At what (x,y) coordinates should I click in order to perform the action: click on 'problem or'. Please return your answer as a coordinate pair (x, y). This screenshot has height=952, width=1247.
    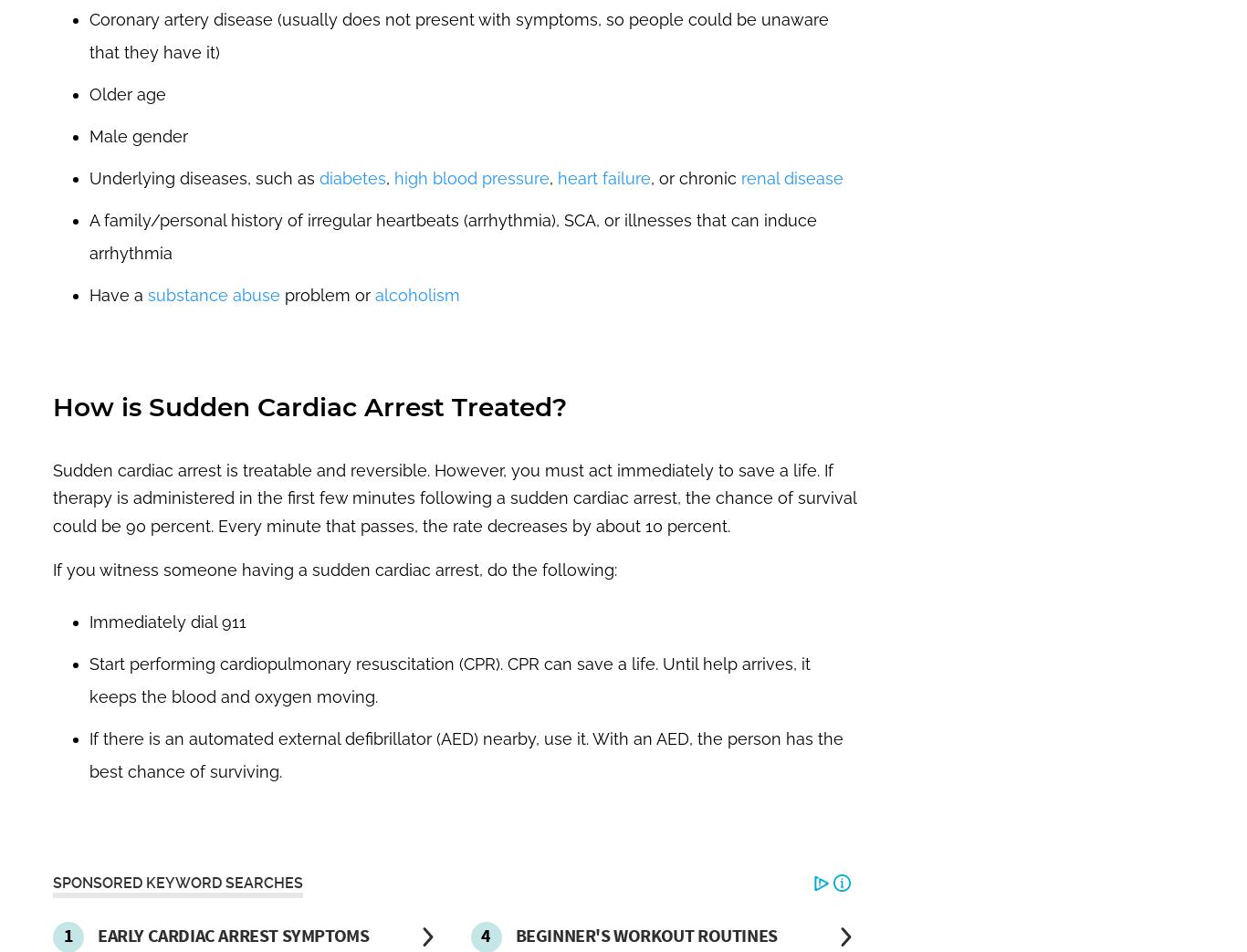
    Looking at the image, I should click on (326, 293).